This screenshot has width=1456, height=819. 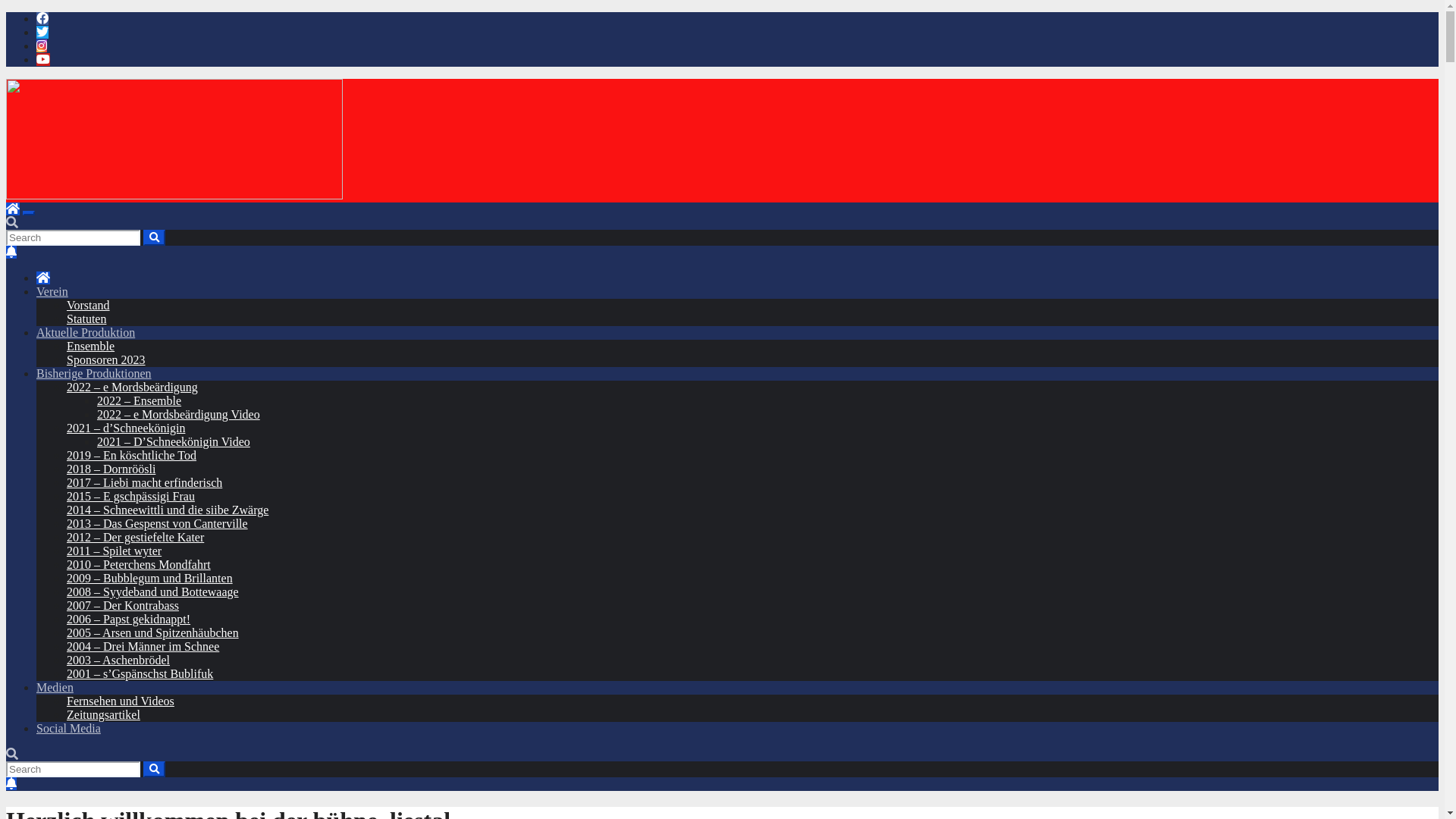 What do you see at coordinates (55, 687) in the screenshot?
I see `'Medien'` at bounding box center [55, 687].